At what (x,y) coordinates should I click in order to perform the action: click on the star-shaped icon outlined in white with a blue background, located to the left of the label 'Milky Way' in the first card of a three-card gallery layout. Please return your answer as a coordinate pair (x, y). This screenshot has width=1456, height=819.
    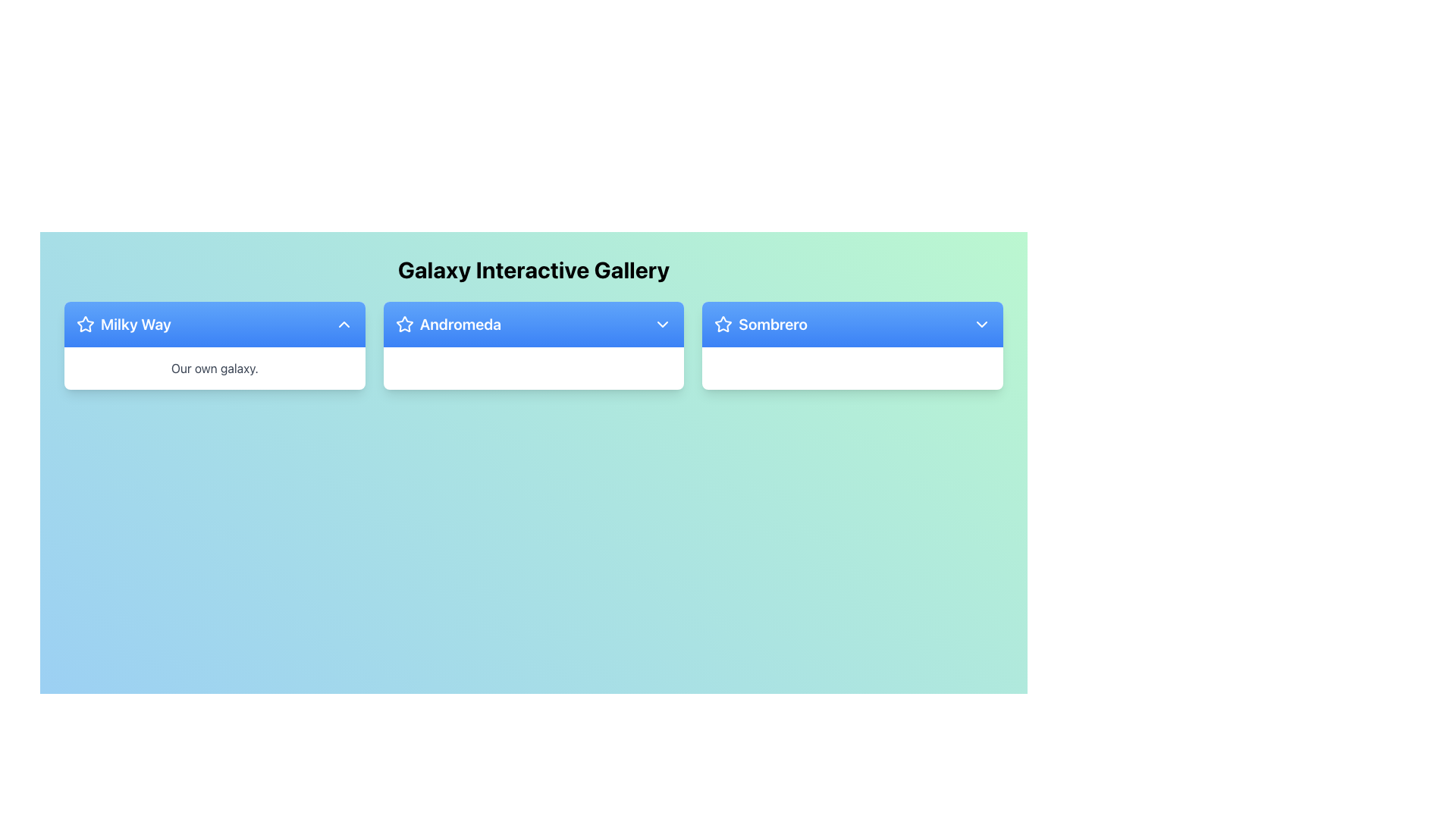
    Looking at the image, I should click on (85, 324).